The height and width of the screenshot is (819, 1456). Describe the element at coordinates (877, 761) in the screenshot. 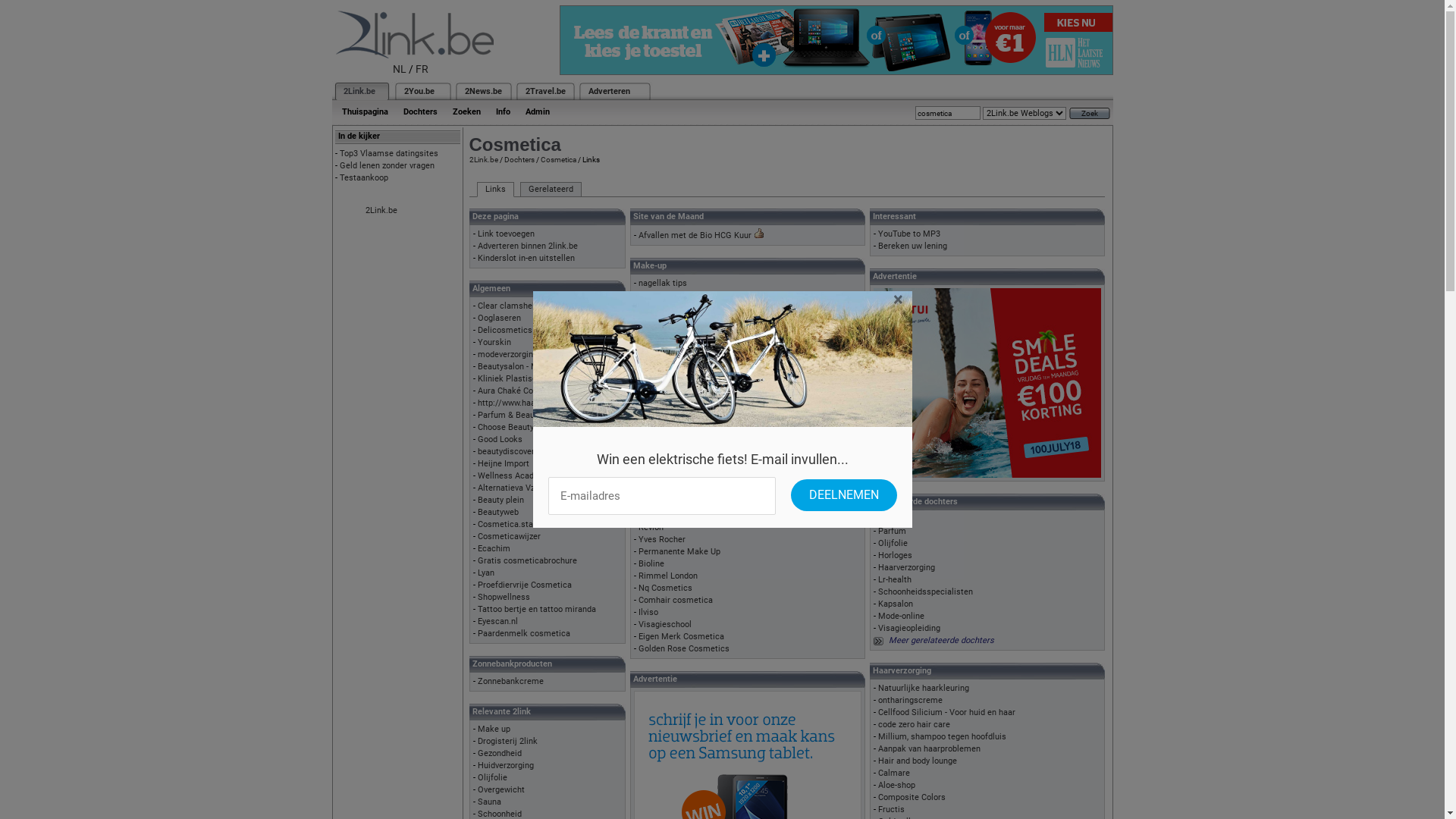

I see `'Hair and body lounge'` at that location.